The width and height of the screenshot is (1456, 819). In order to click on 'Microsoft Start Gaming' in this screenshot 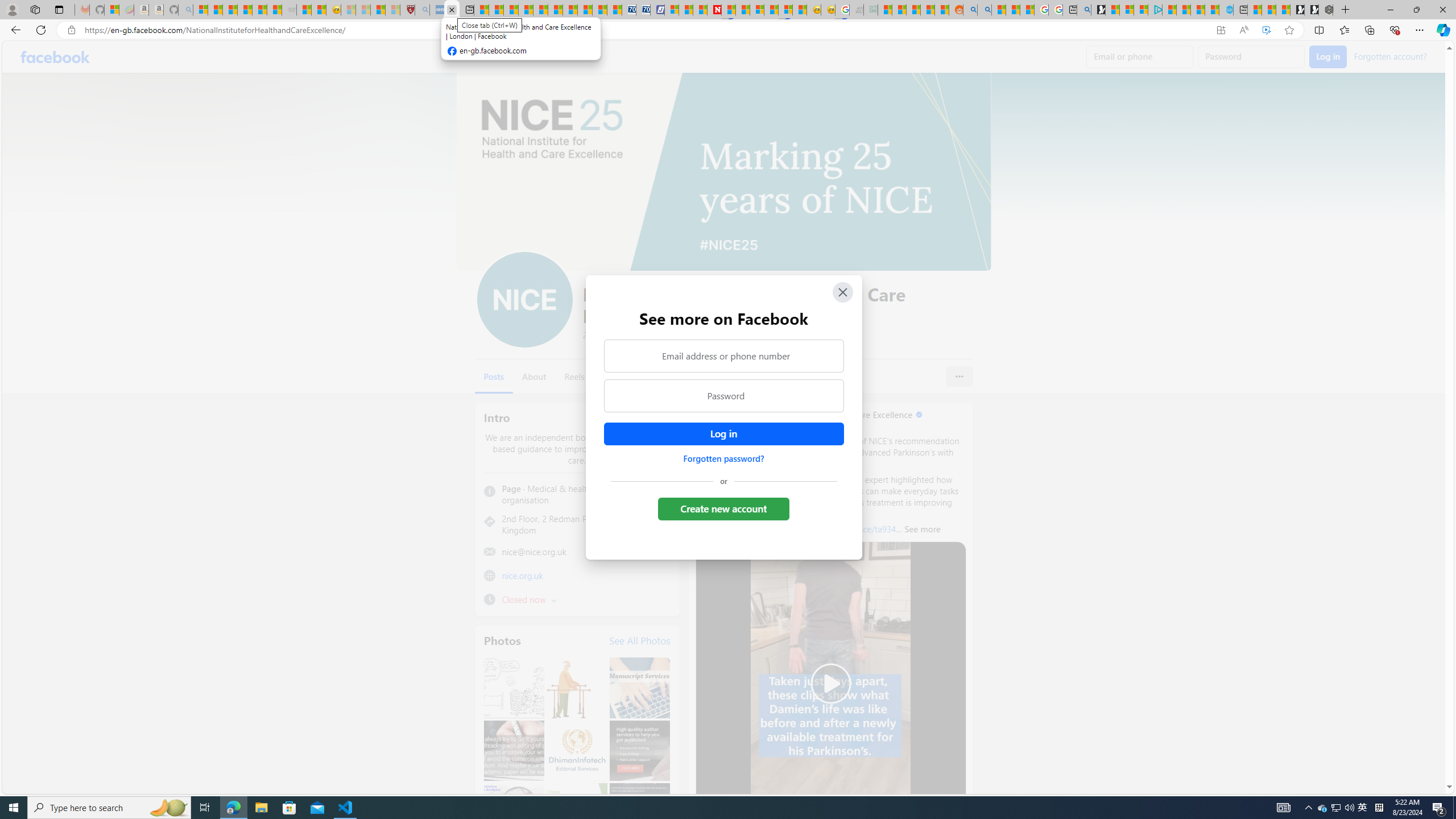, I will do `click(1097, 9)`.